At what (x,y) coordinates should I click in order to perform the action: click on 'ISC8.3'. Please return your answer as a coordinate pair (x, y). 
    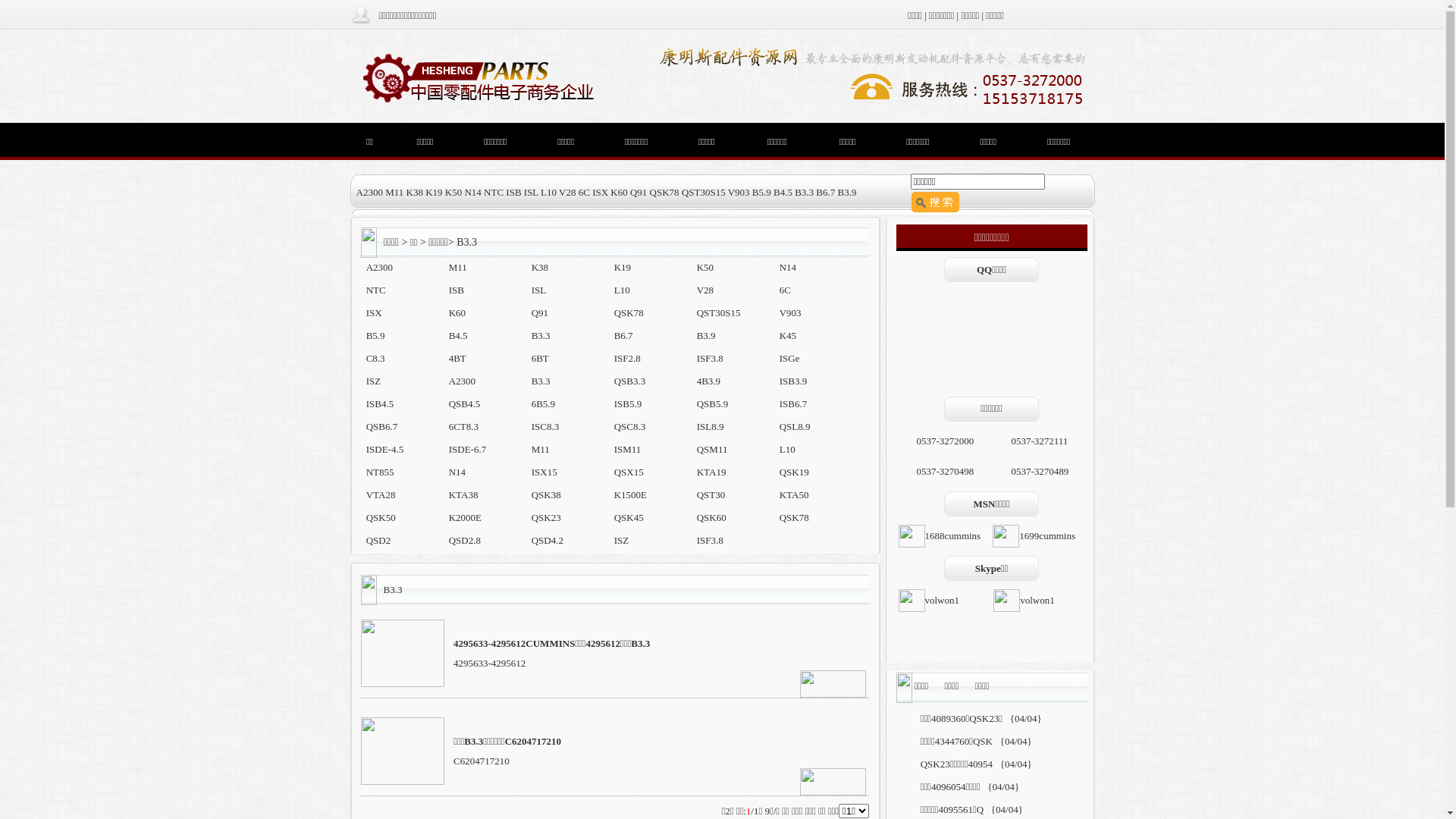
    Looking at the image, I should click on (545, 426).